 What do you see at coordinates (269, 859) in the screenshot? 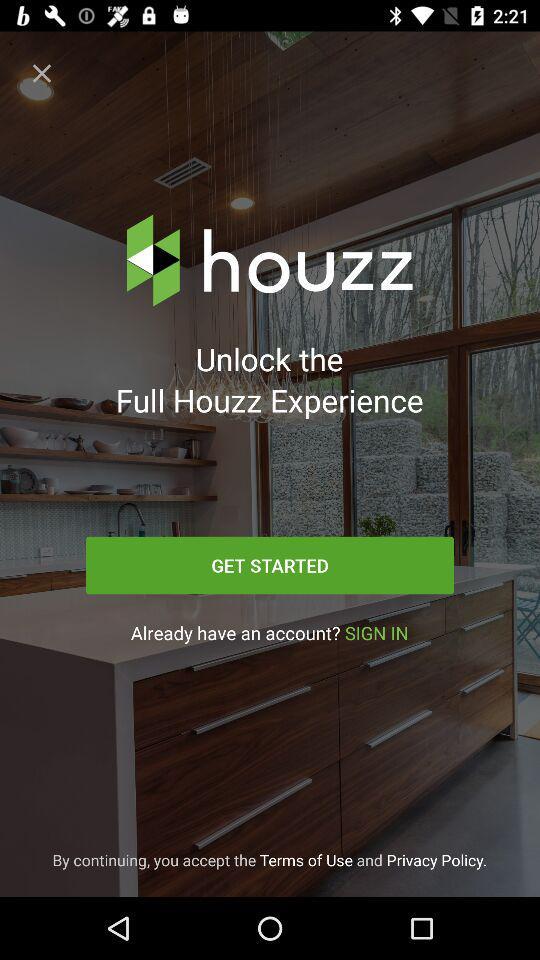
I see `the icon below the already have an icon` at bounding box center [269, 859].